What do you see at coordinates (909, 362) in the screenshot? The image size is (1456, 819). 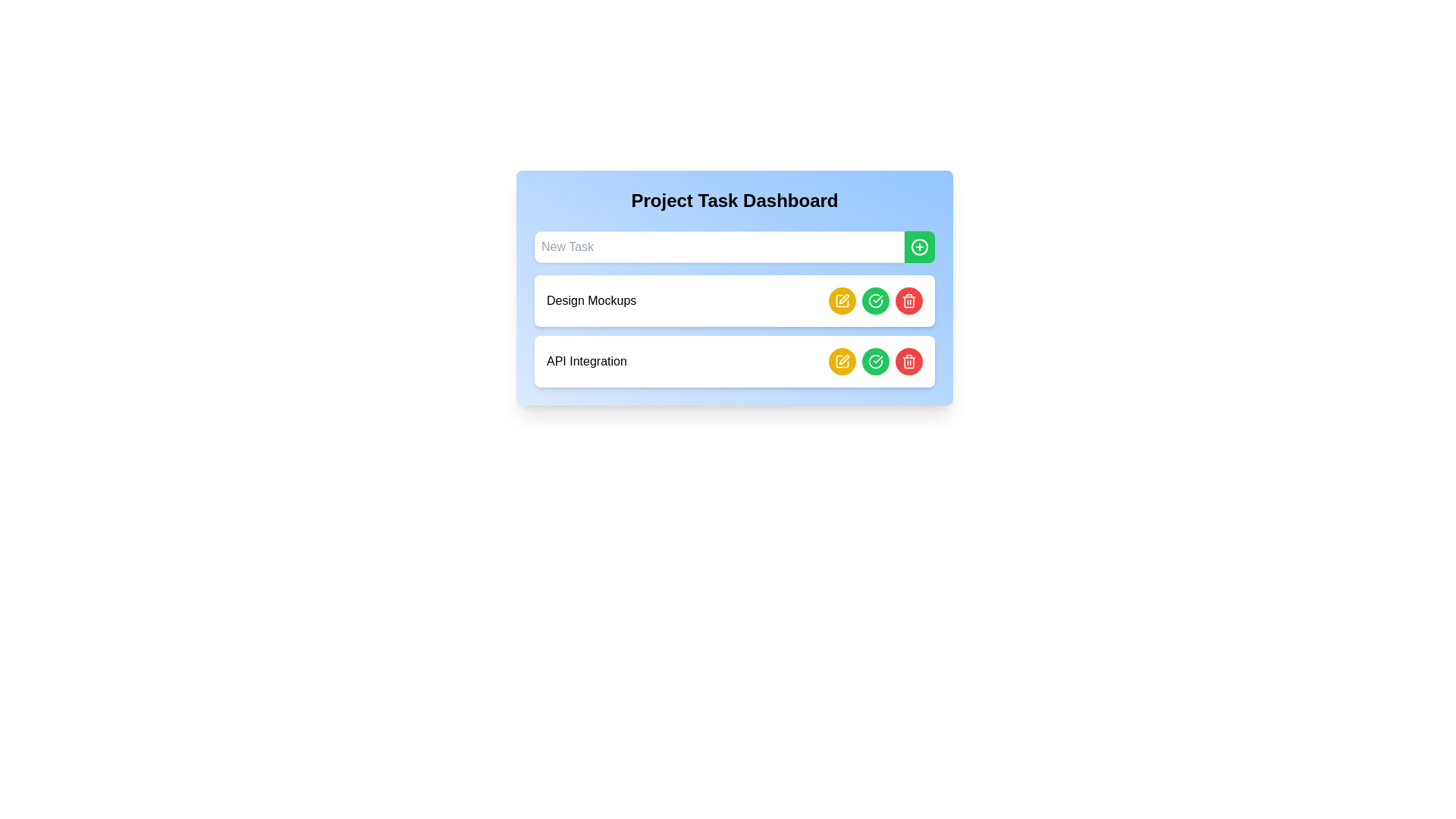 I see `the red circular button with a white trash bin icon` at bounding box center [909, 362].